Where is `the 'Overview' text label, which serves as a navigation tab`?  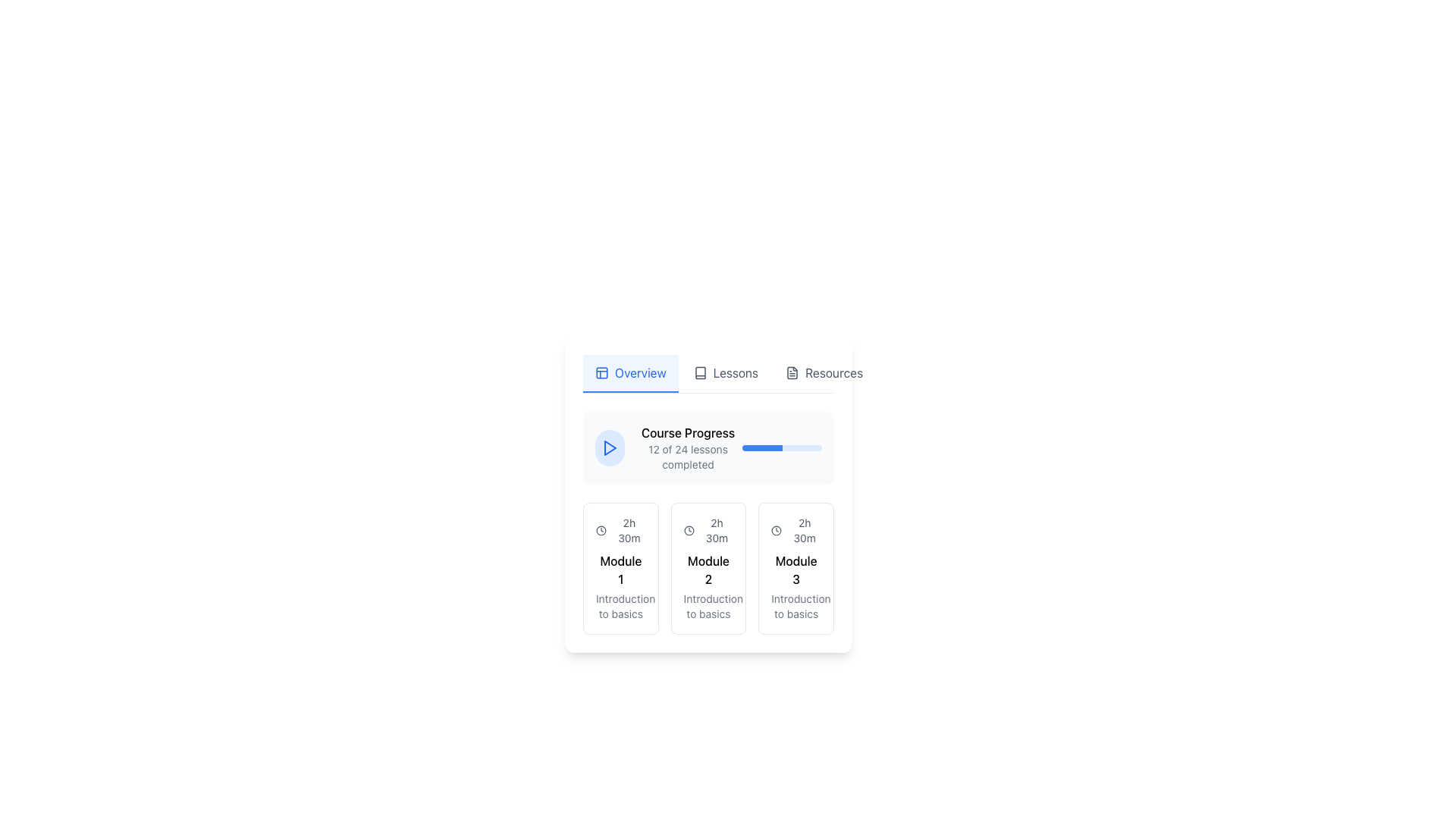 the 'Overview' text label, which serves as a navigation tab is located at coordinates (640, 373).